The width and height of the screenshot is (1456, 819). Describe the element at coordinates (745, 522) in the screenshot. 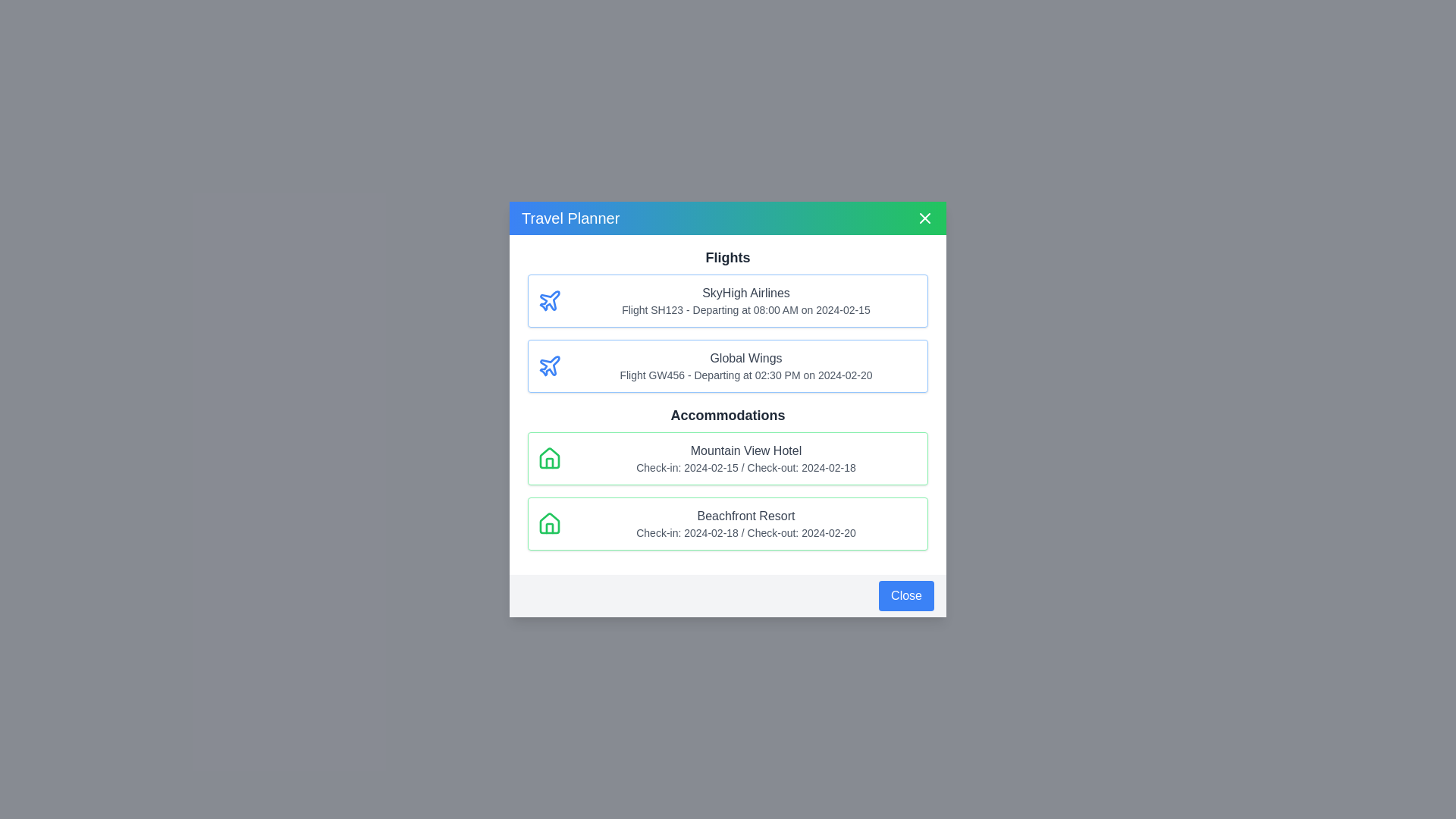

I see `displayed information from the 'Beachfront Resort' text display component located in the 'Accommodations' section of the 'Travel Planner' interface, which is the second entry below 'Mountain View Hotel'` at that location.